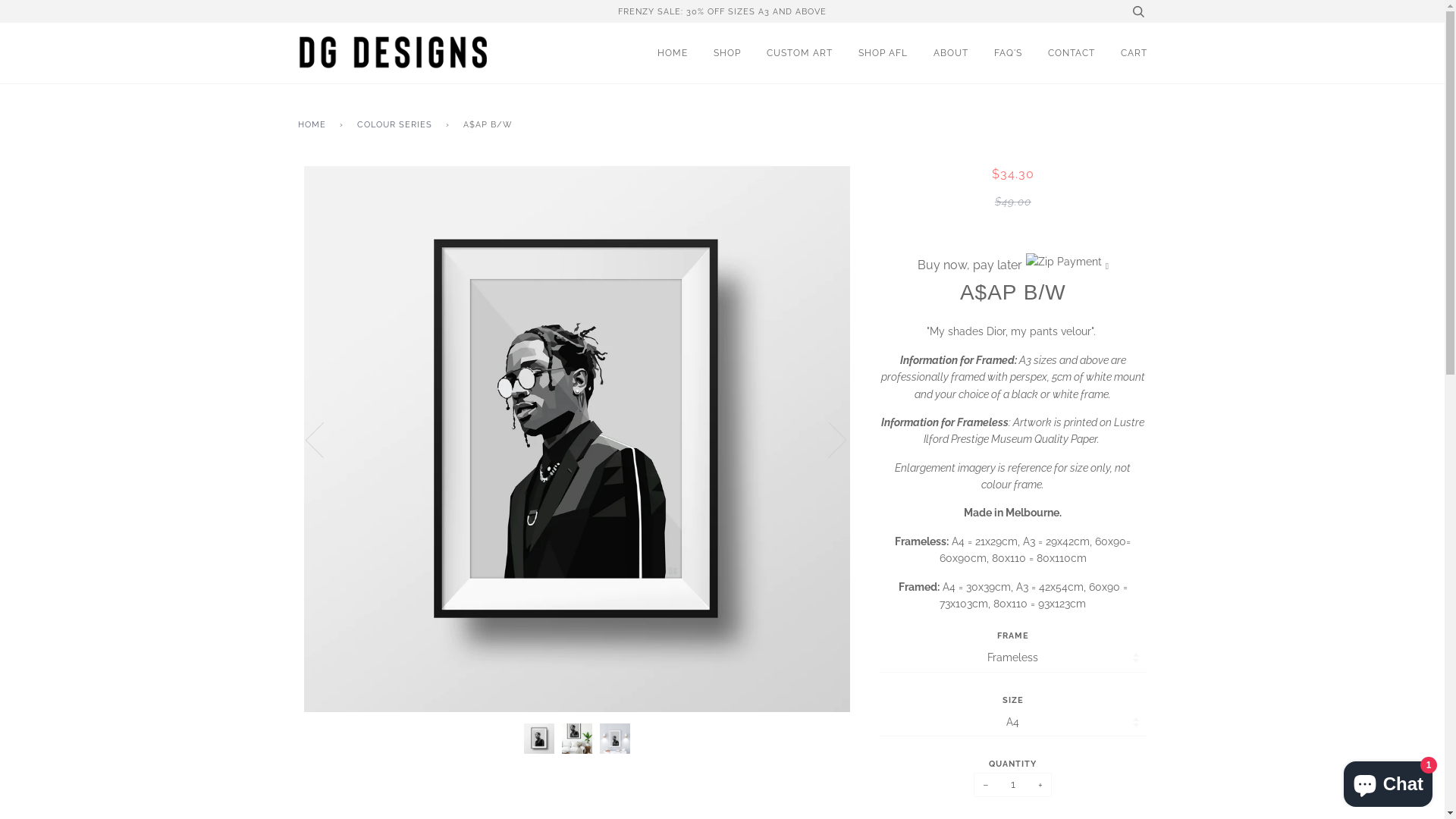 The height and width of the screenshot is (819, 1456). I want to click on 'COLOUR SERIES', so click(397, 124).